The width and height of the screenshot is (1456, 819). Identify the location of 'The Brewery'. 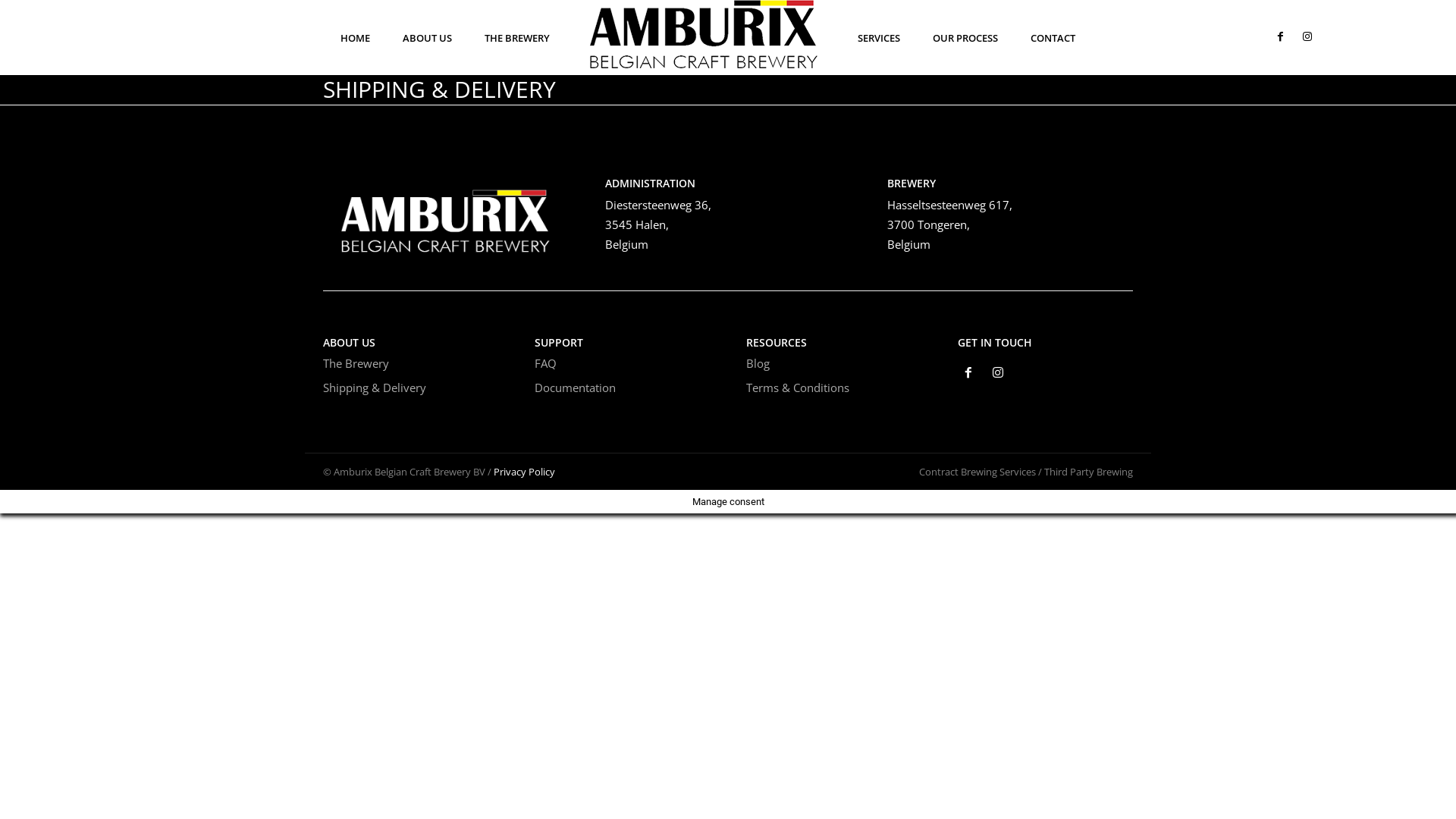
(355, 362).